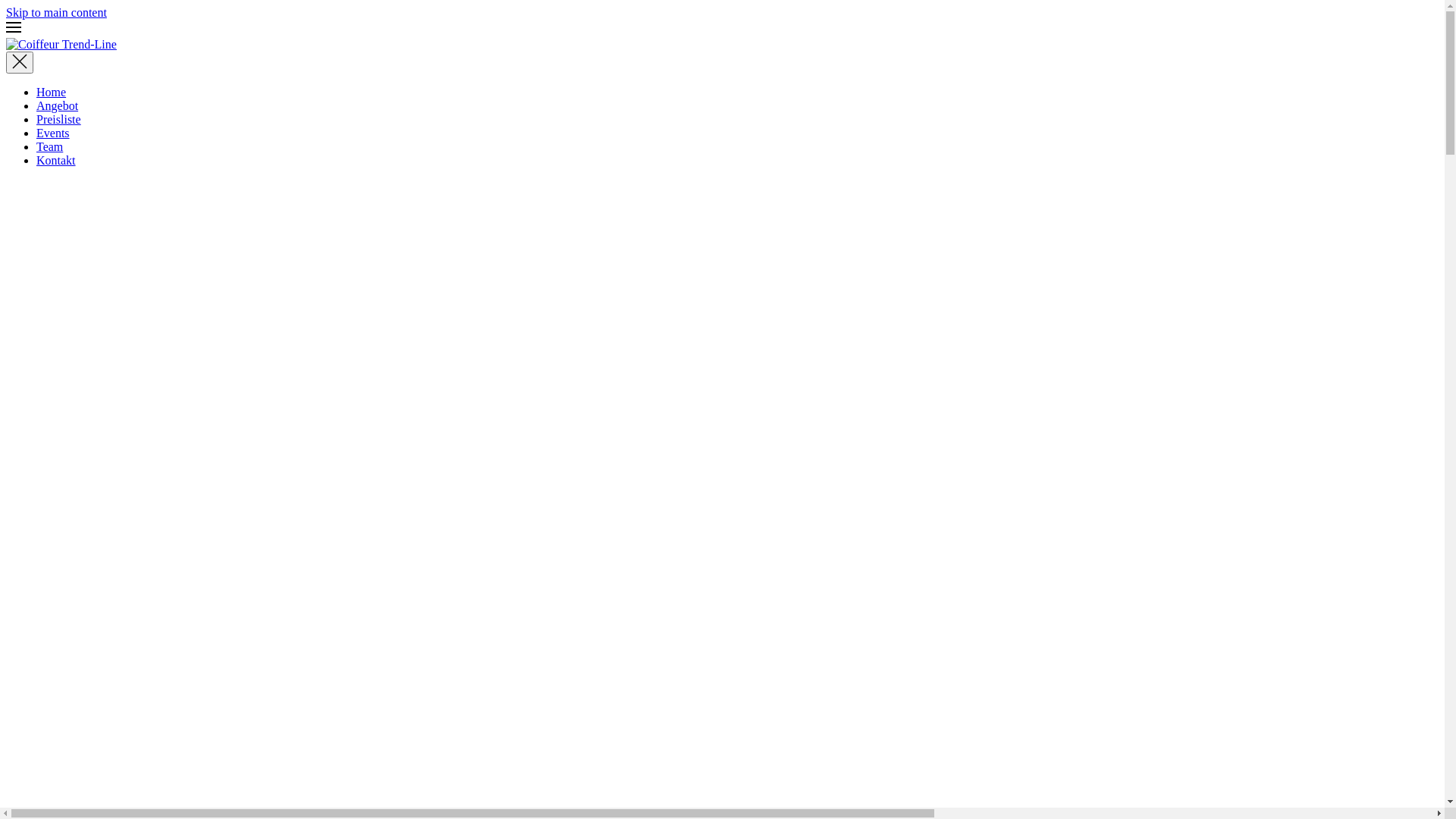 This screenshot has height=819, width=1456. Describe the element at coordinates (36, 92) in the screenshot. I see `'Home'` at that location.